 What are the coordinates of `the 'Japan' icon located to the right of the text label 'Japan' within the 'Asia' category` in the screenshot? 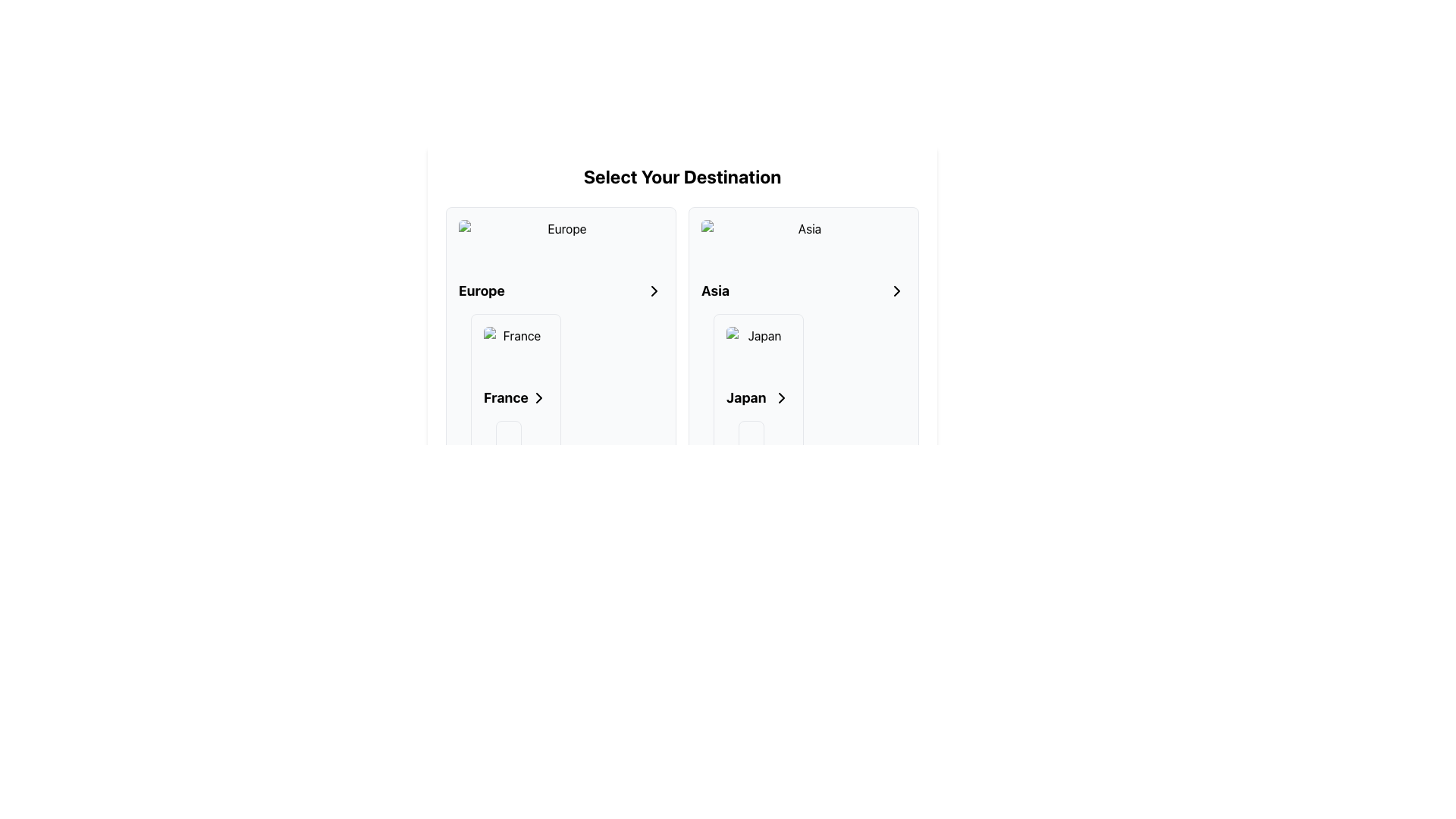 It's located at (782, 397).